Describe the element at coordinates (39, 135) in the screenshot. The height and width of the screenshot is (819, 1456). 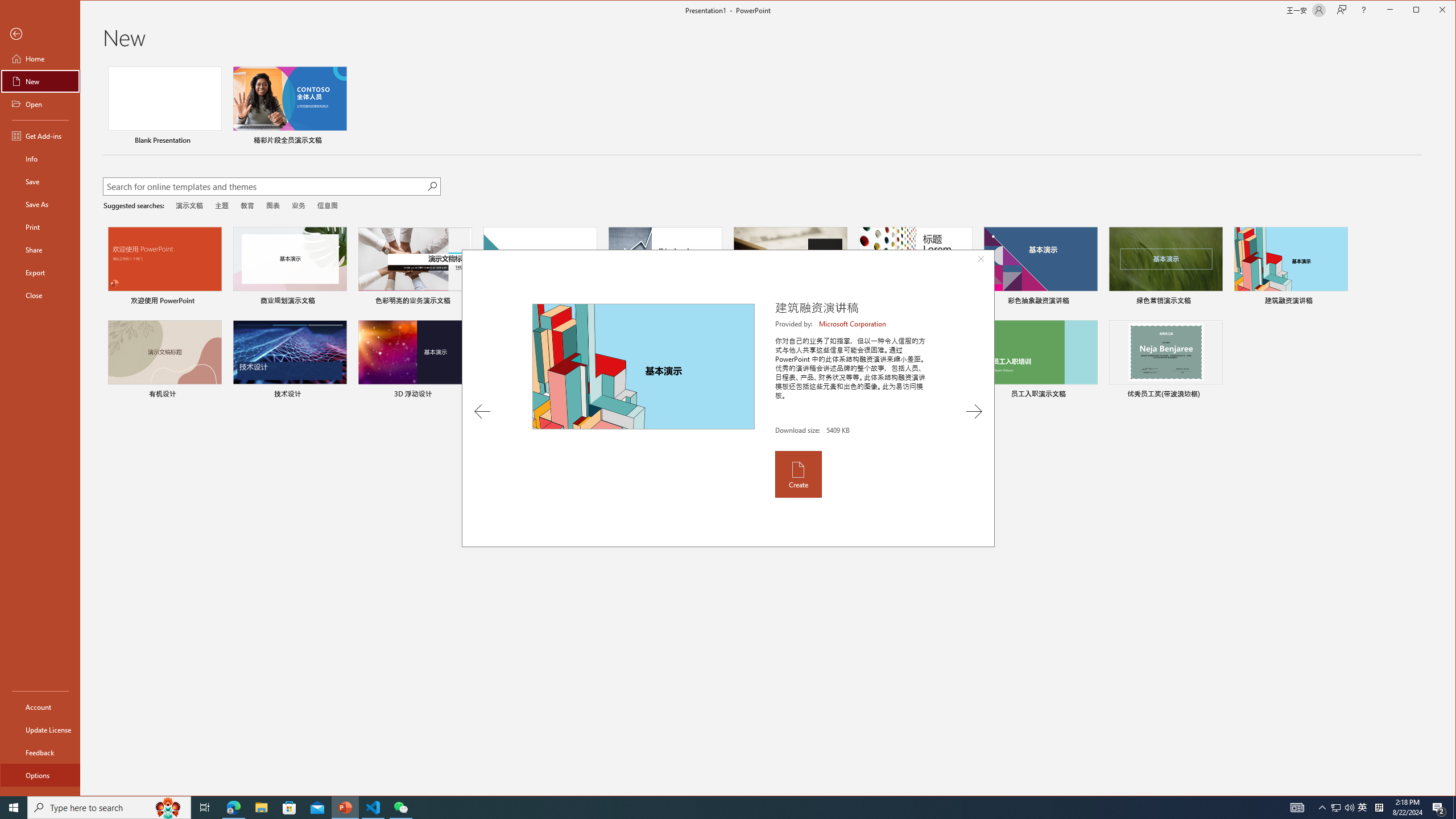
I see `'Get Add-ins'` at that location.